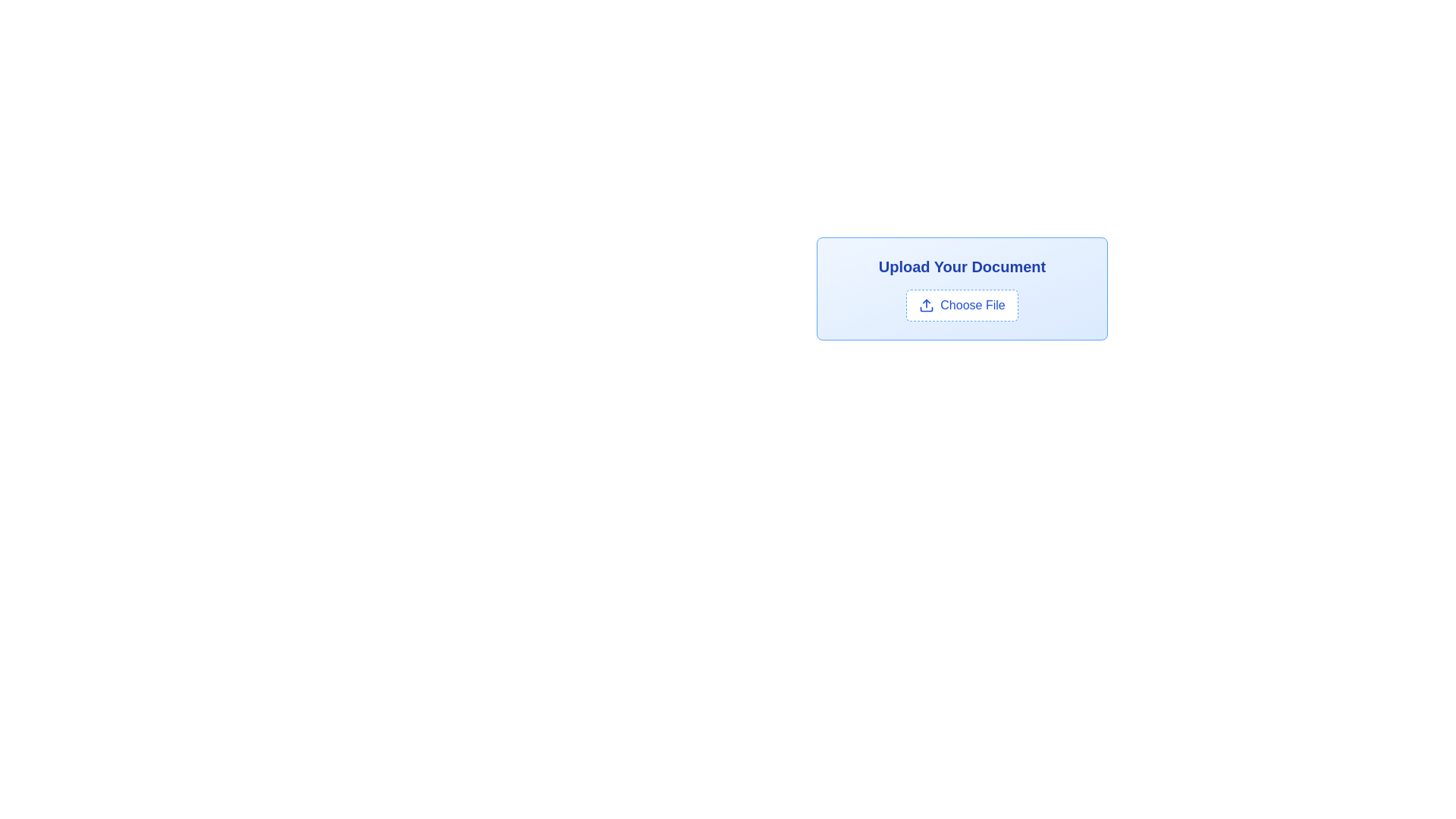 The image size is (1456, 819). Describe the element at coordinates (926, 305) in the screenshot. I see `the upload icon located to the left of the 'Choose File' button` at that location.